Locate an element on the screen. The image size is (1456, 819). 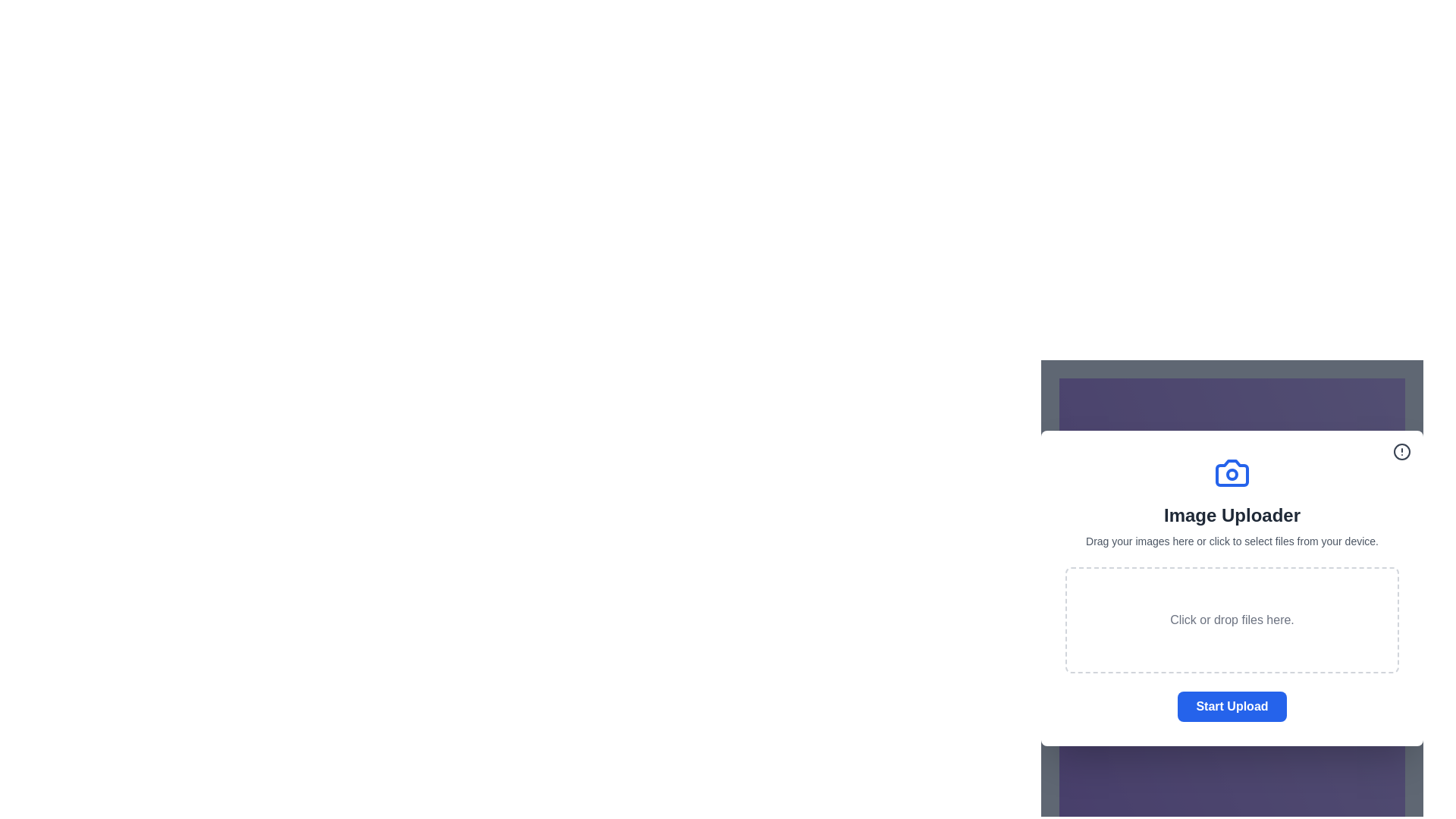
the file upload drop zone located below the title 'Image Uploader' and above the 'Start Upload' button is located at coordinates (1232, 620).